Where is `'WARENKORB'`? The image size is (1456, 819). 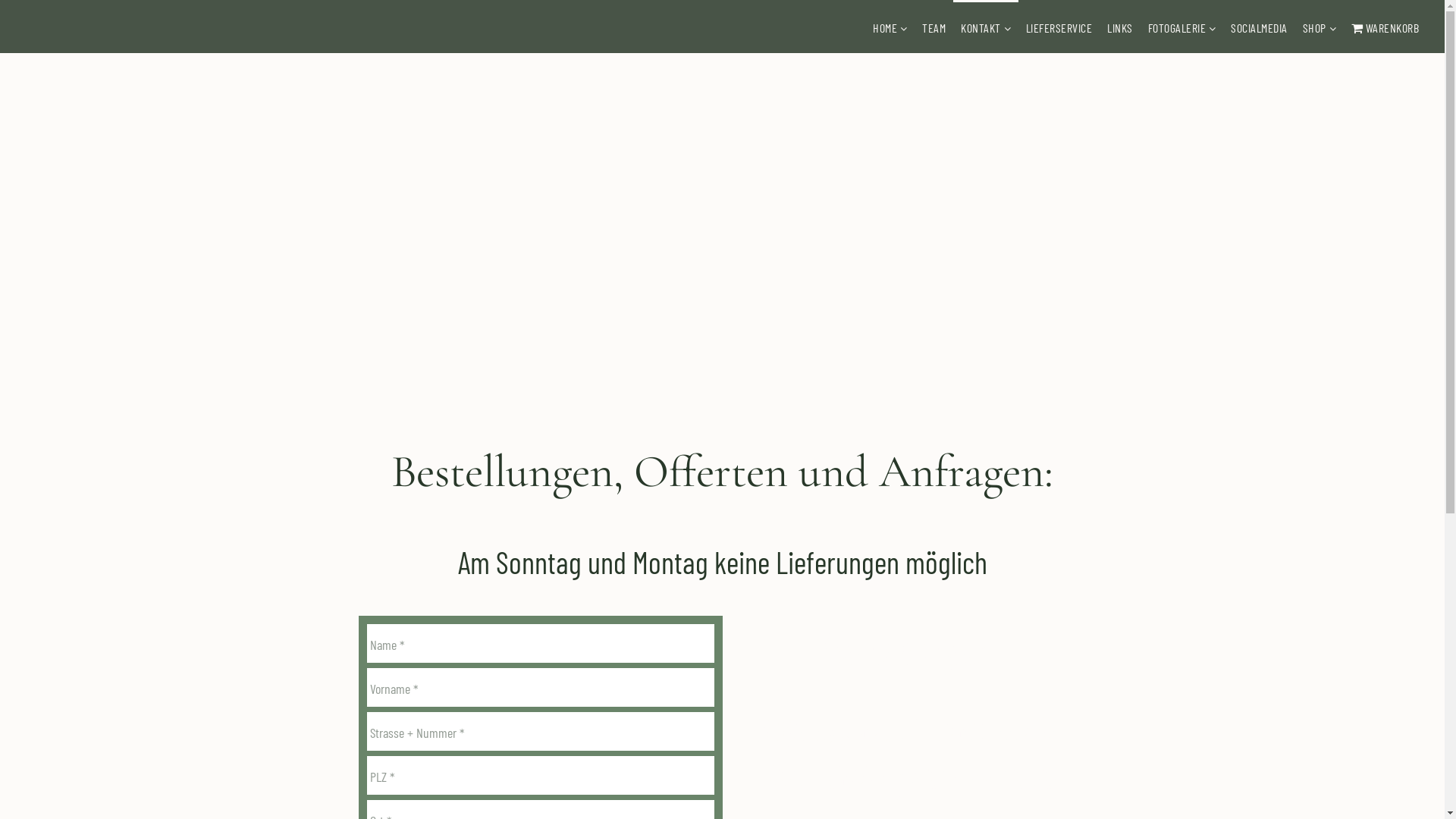 'WARENKORB' is located at coordinates (1343, 27).